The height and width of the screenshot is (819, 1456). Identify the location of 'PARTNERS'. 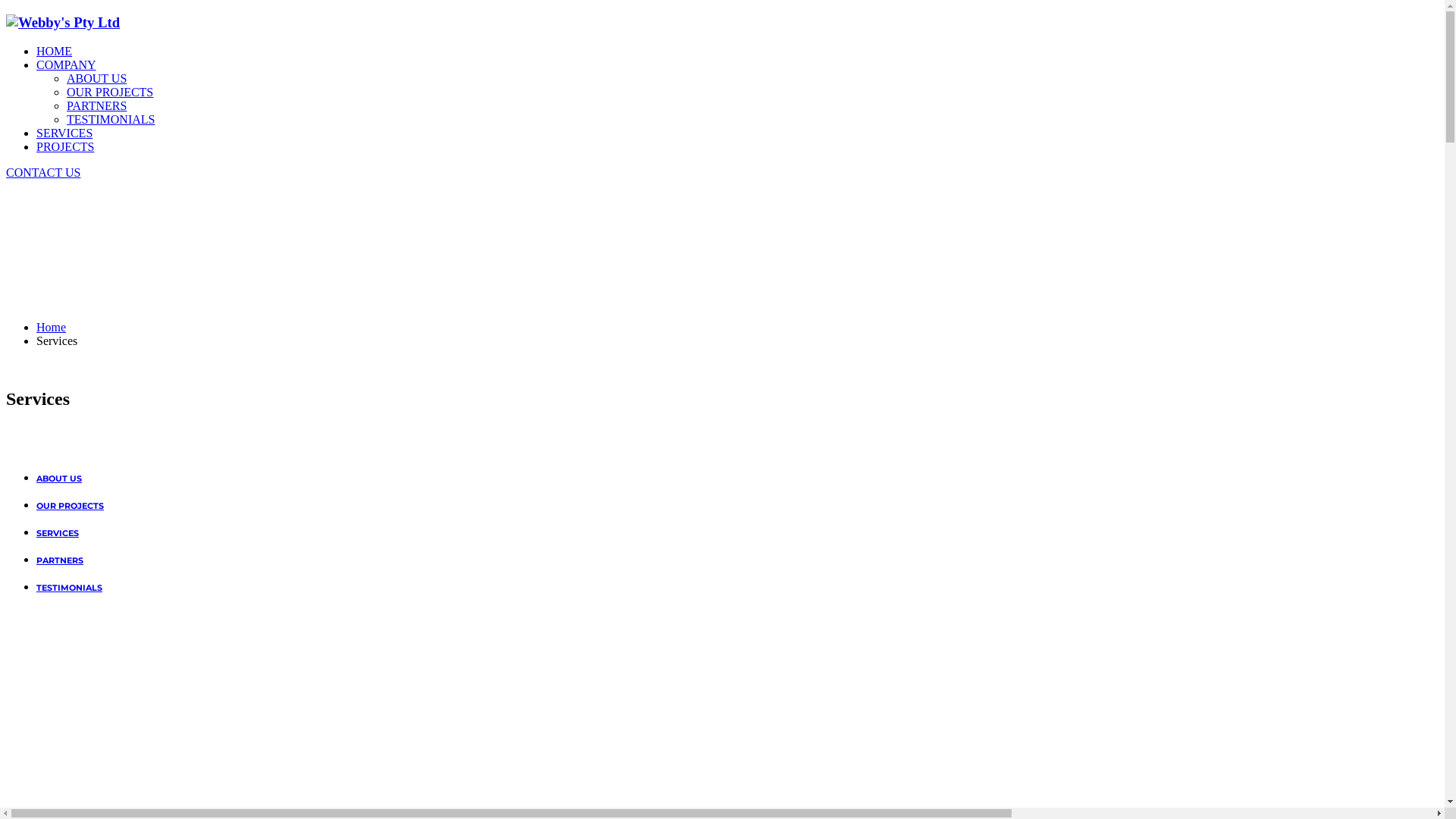
(59, 560).